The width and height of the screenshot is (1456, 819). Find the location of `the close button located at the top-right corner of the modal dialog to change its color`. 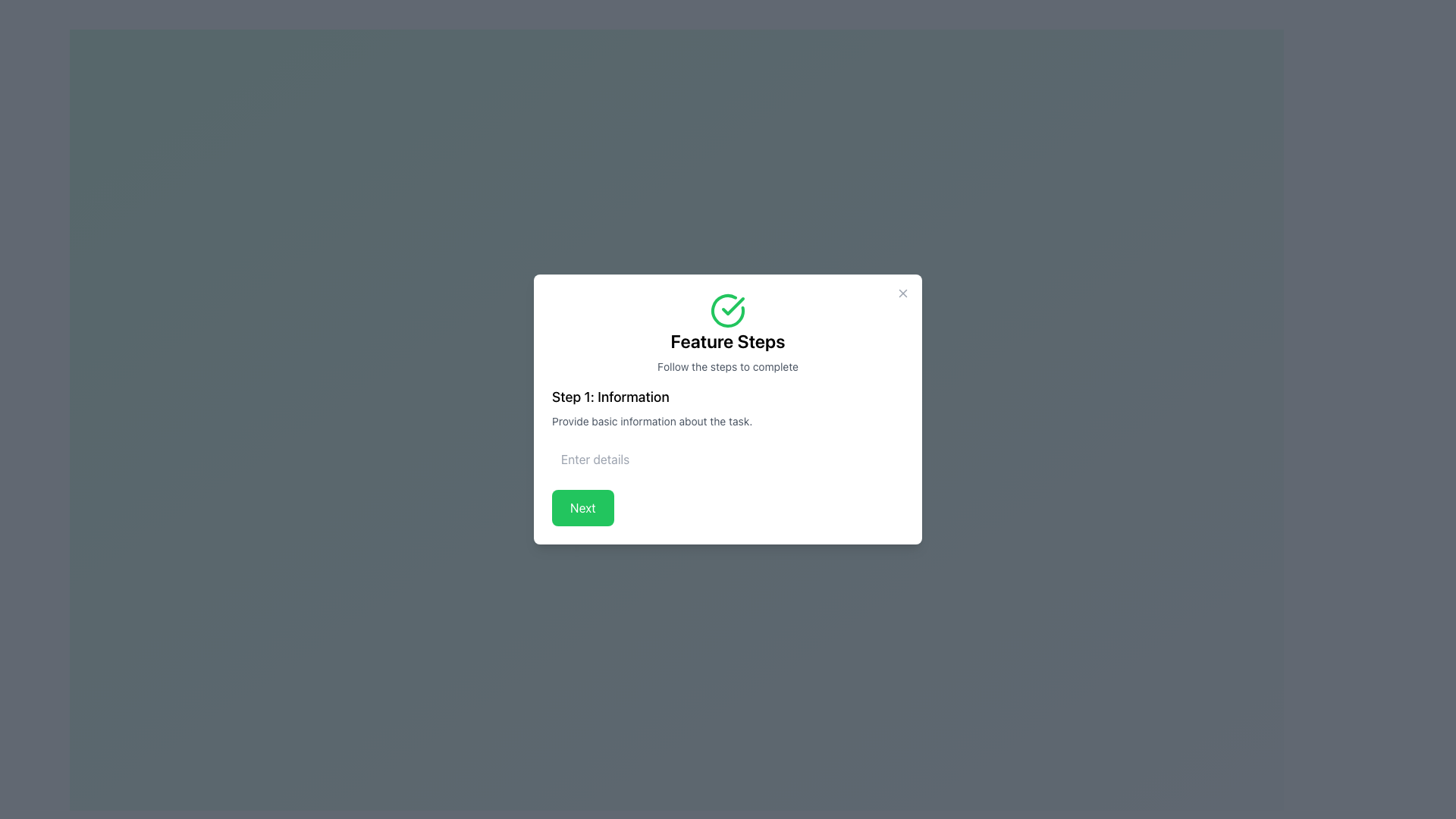

the close button located at the top-right corner of the modal dialog to change its color is located at coordinates (902, 293).